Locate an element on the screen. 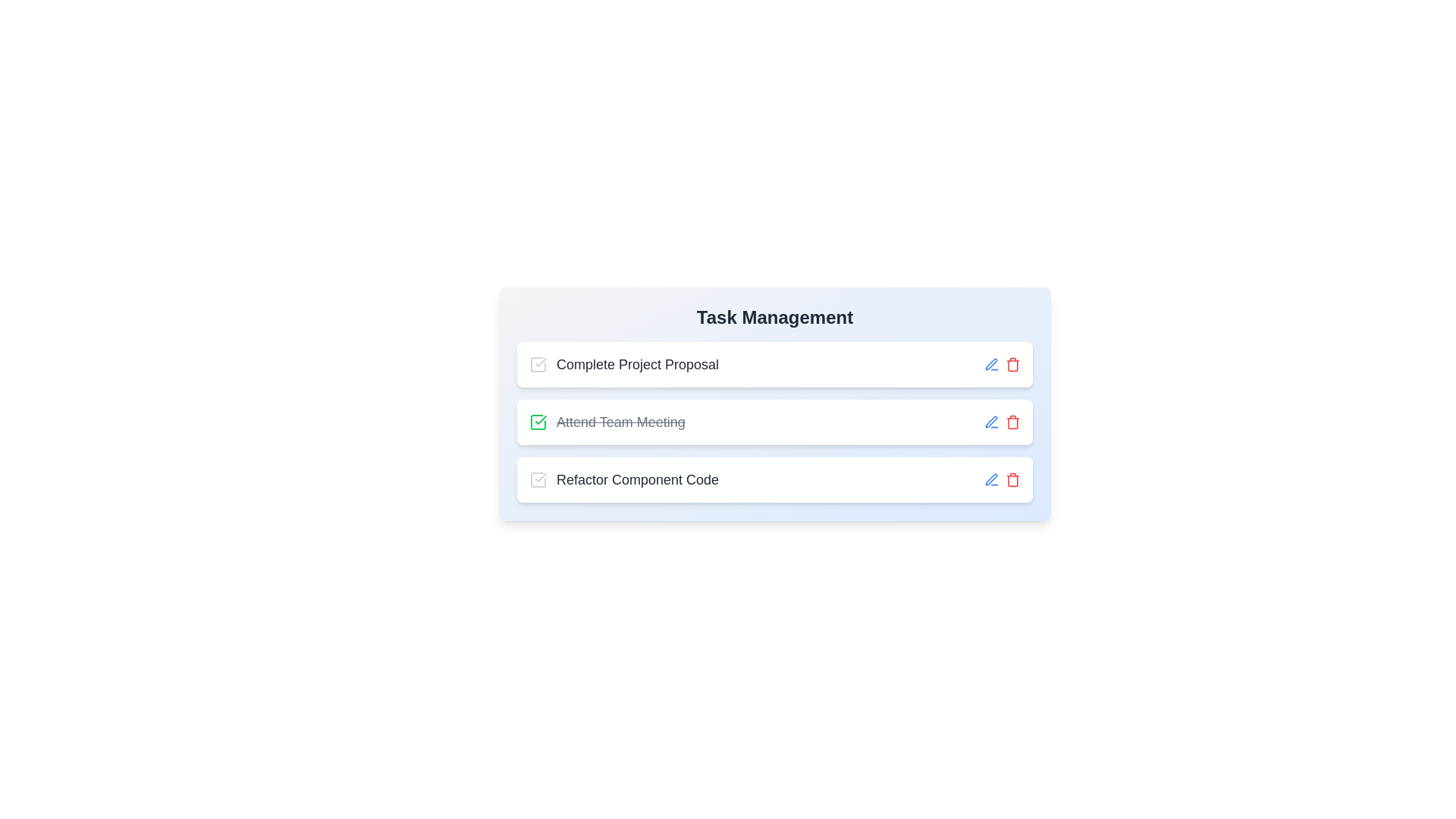  the edit icon button located in the second task entry row to the right of the task description 'Attend Team Meeting' and left of the red trash icon to initiate editing of the task details is located at coordinates (992, 422).